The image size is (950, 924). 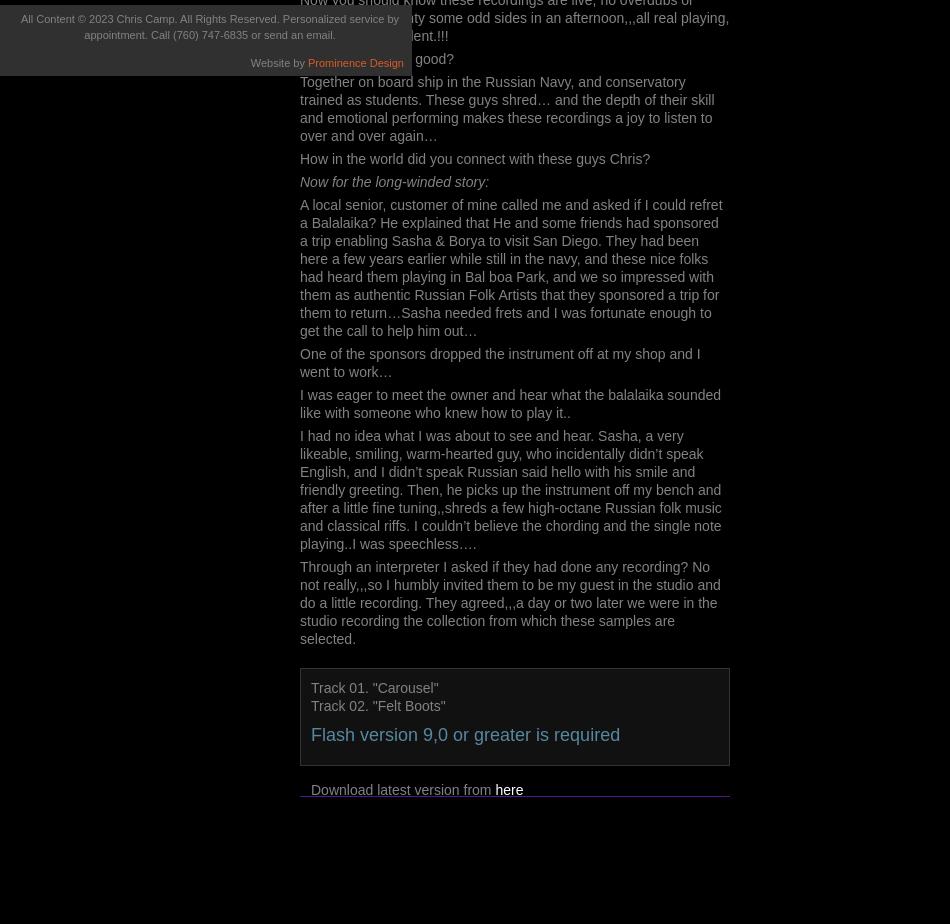 What do you see at coordinates (393, 182) in the screenshot?
I see `'Now for the long-winded story:'` at bounding box center [393, 182].